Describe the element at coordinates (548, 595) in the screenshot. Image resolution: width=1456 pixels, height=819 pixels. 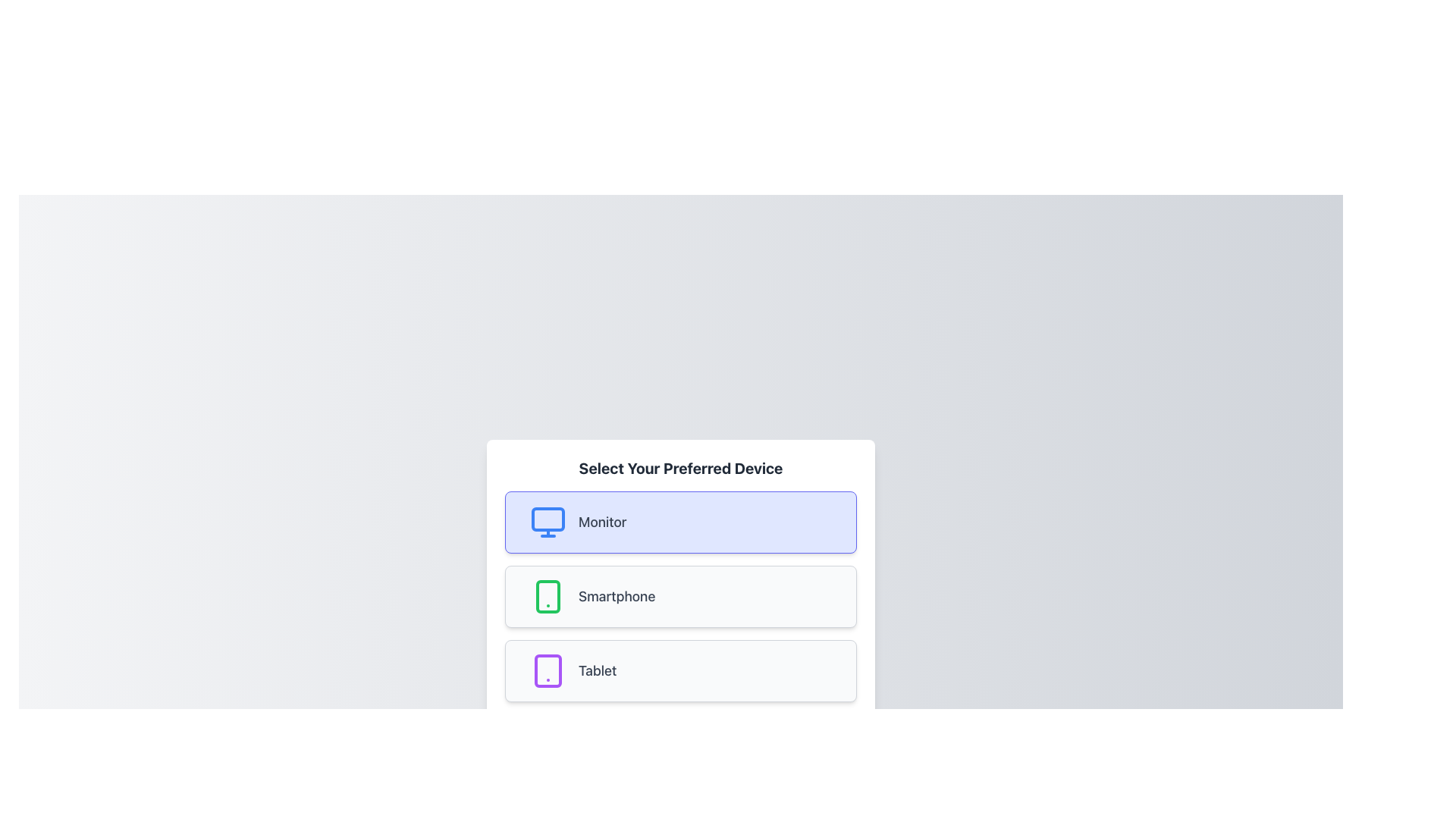
I see `the outlined green smartphone icon located within the rounded rectangular 'Smartphone' button, positioned to the left of the text 'Smartphone'` at that location.